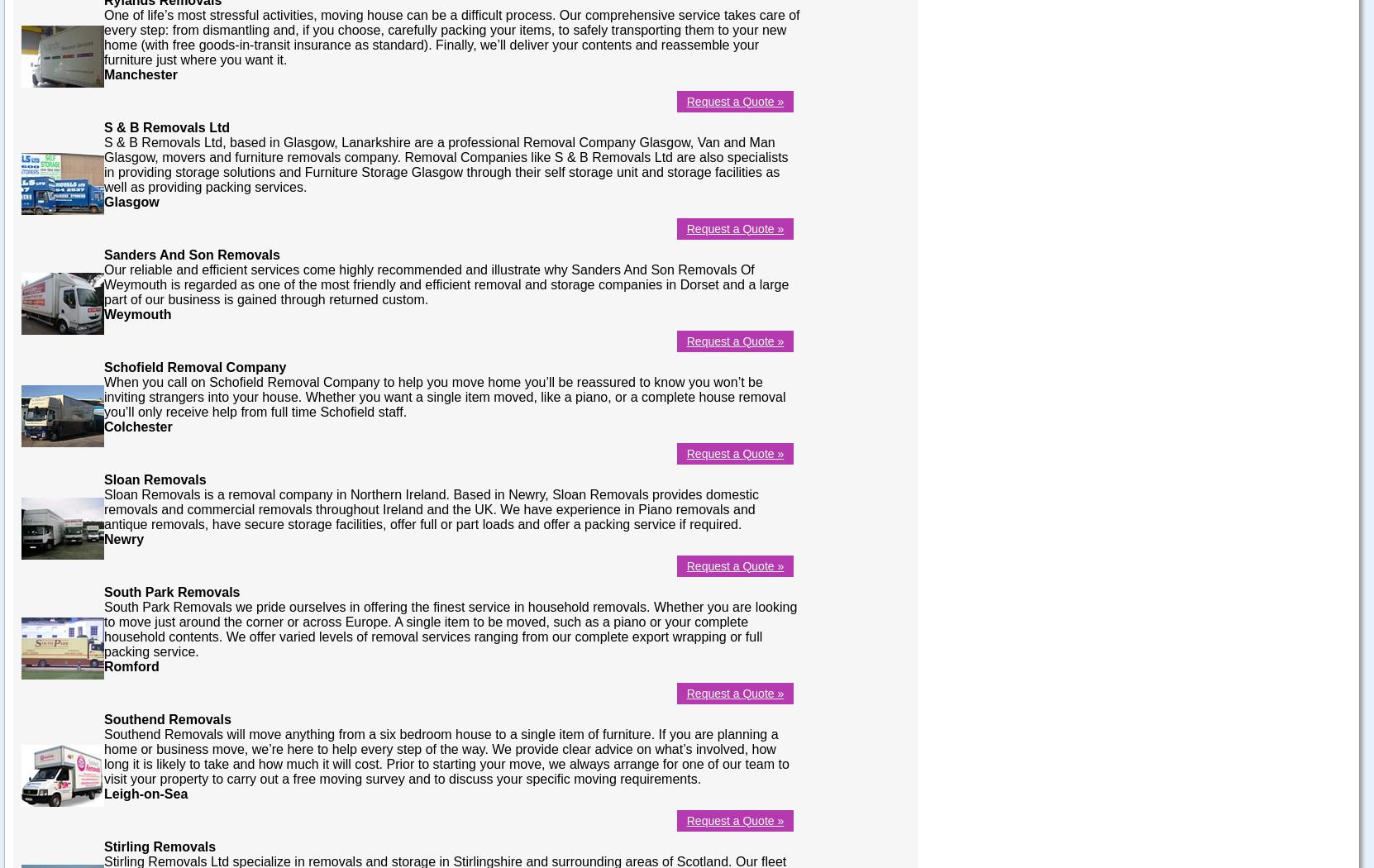 This screenshot has height=868, width=1374. I want to click on 'South Park Removals we pride ourselves in offering the finest service in household removals.
Whether you are looking to move just around the corner or across Europe.

A single item to be moved, such as a piano or your complete household contents.
We offer varied levels of removal services ranging from our complete export wrapping or full packing service.', so click(449, 628).